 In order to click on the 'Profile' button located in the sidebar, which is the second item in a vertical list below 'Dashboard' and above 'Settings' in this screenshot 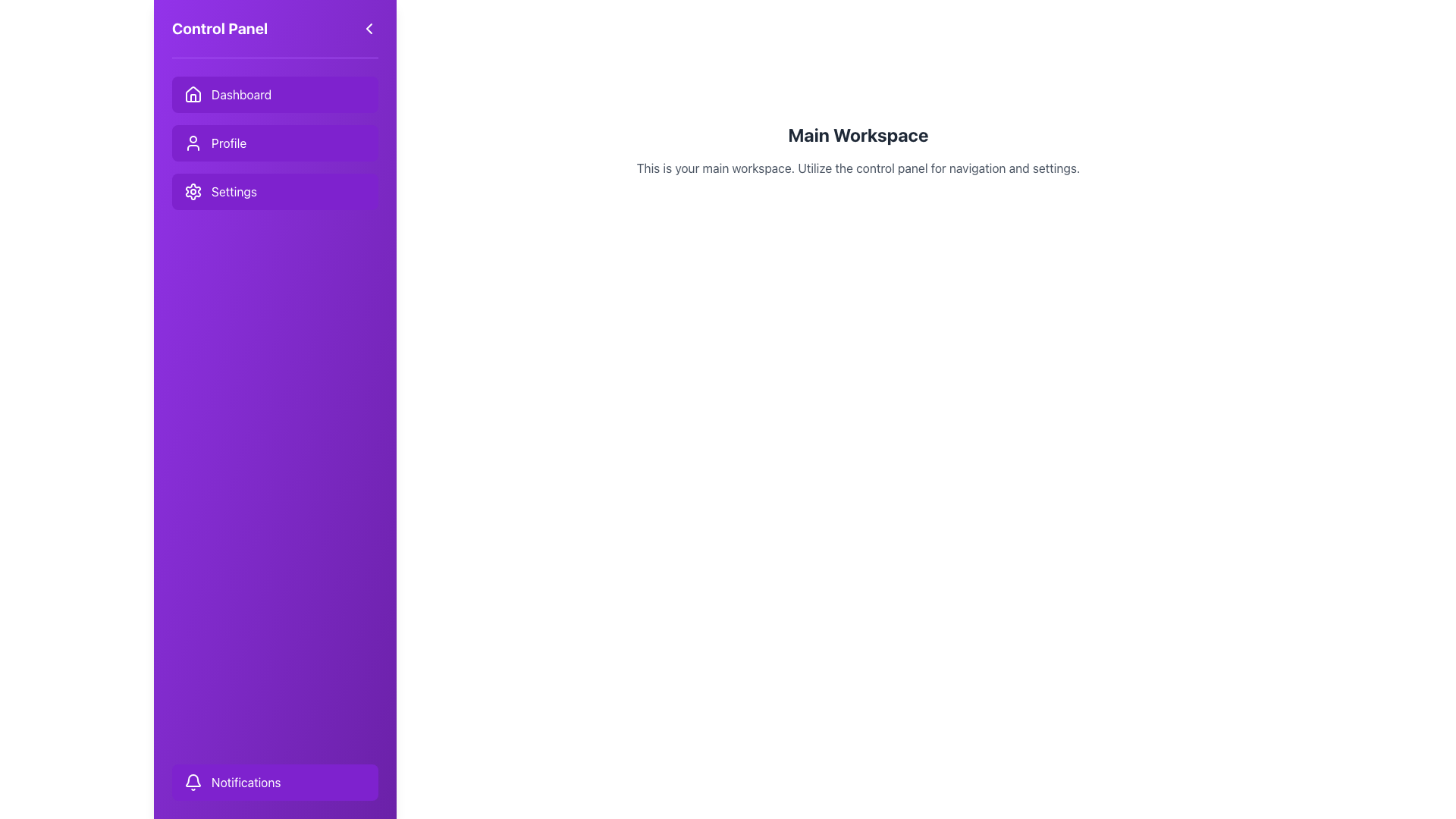, I will do `click(275, 143)`.